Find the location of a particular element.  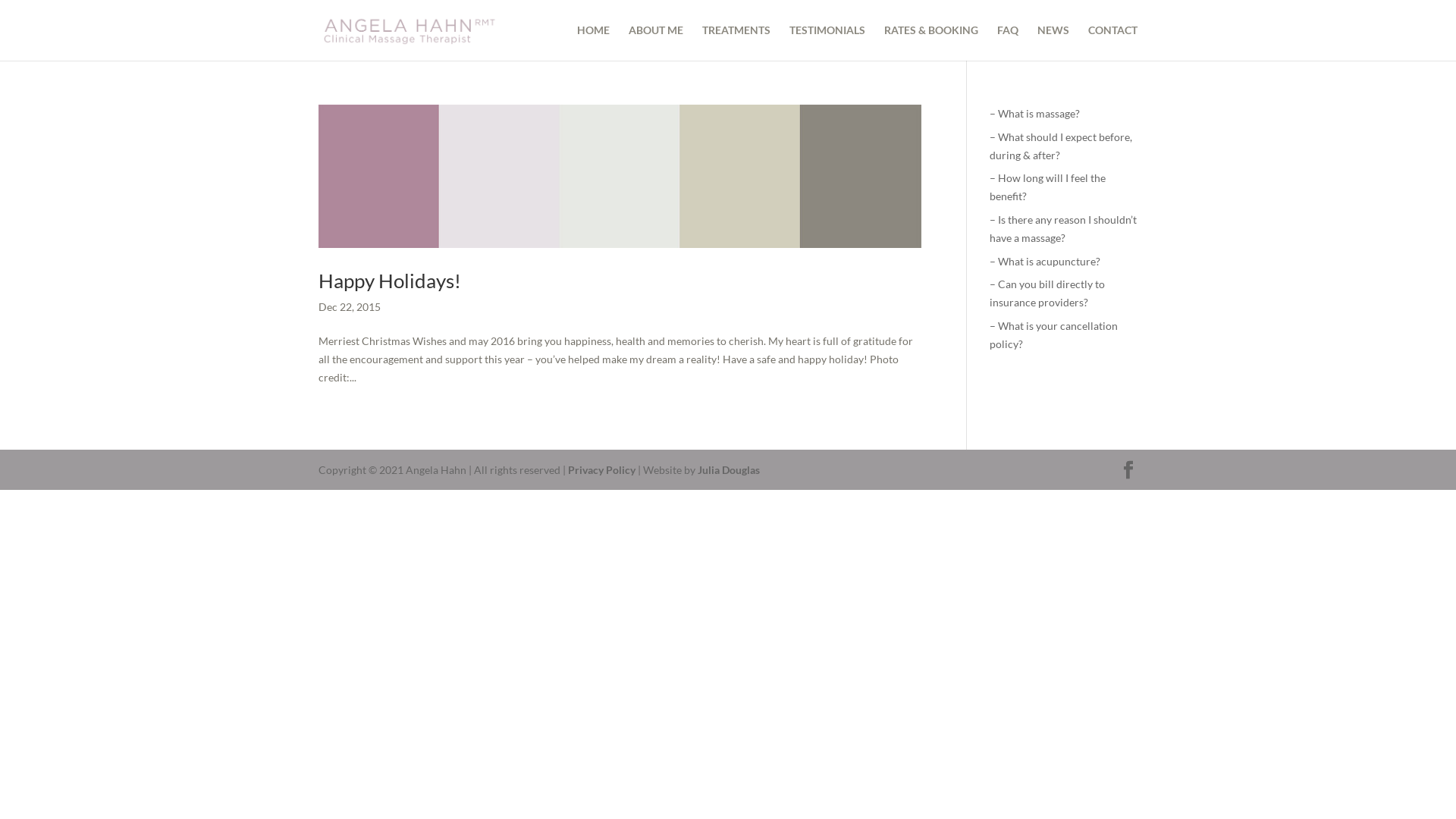

'TESTIMONIALS' is located at coordinates (826, 42).